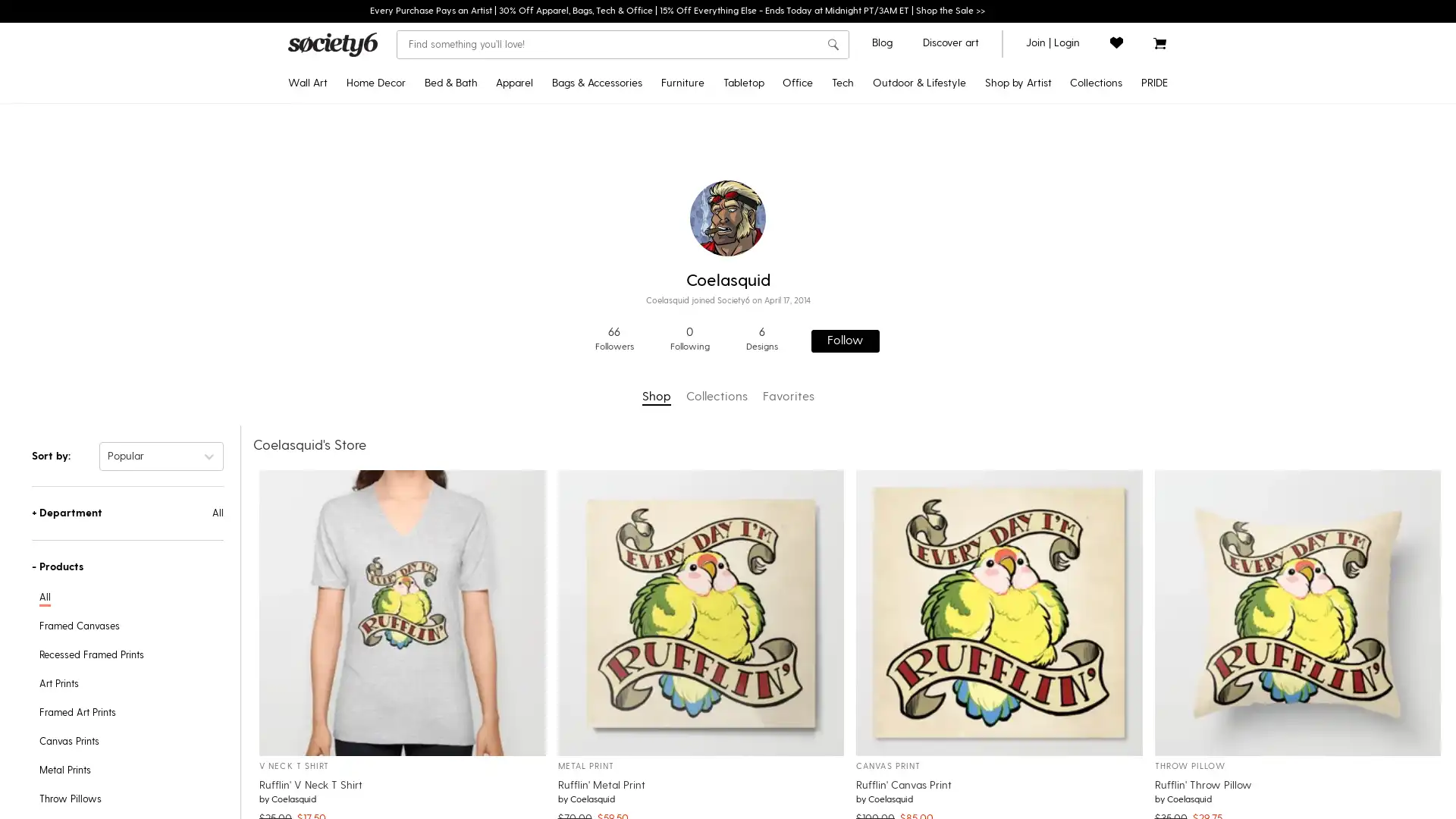  Describe the element at coordinates (562, 146) in the screenshot. I see `Crewneck Sweatshirts` at that location.